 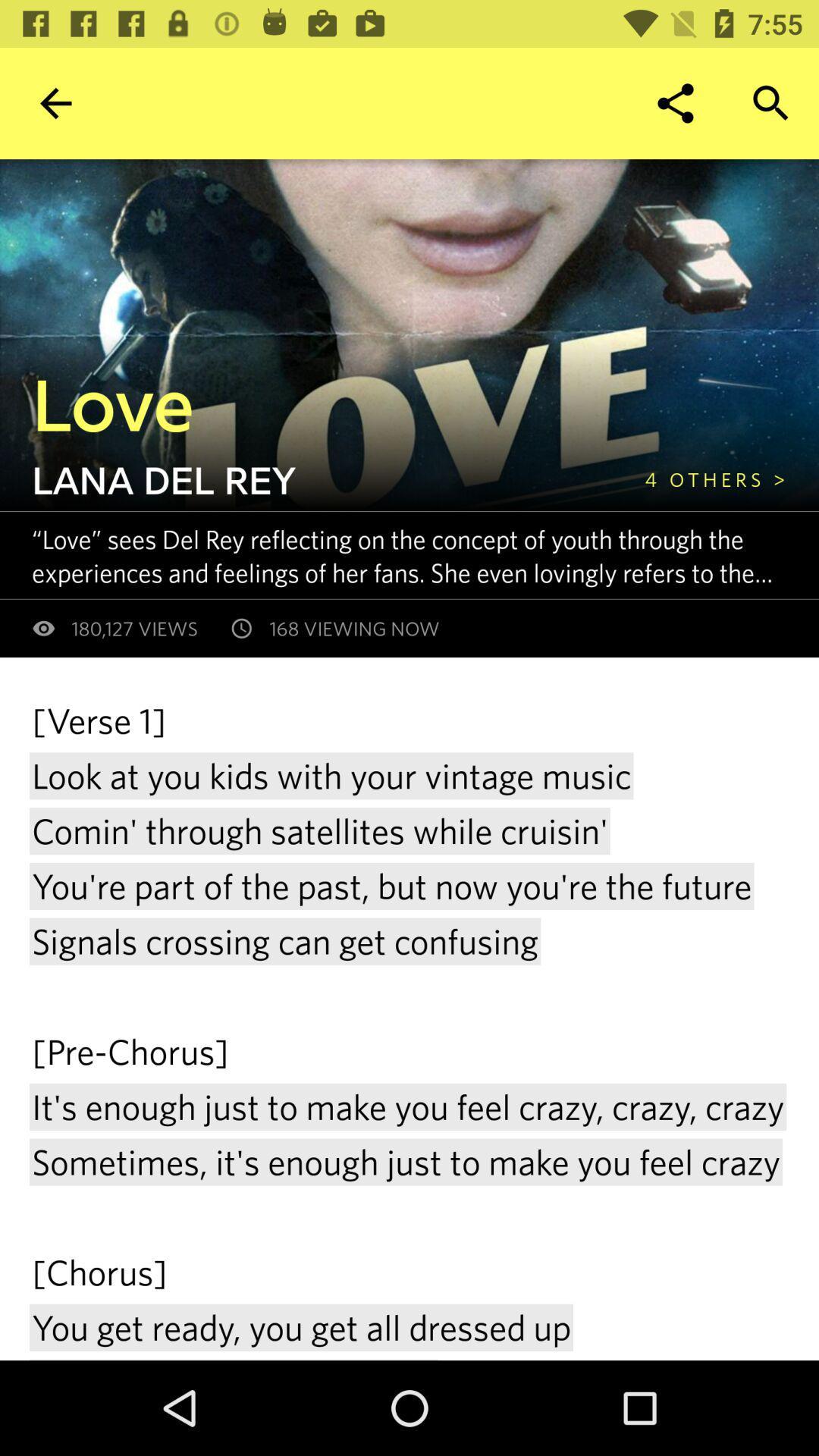 What do you see at coordinates (425, 554) in the screenshot?
I see `the love sees del item` at bounding box center [425, 554].